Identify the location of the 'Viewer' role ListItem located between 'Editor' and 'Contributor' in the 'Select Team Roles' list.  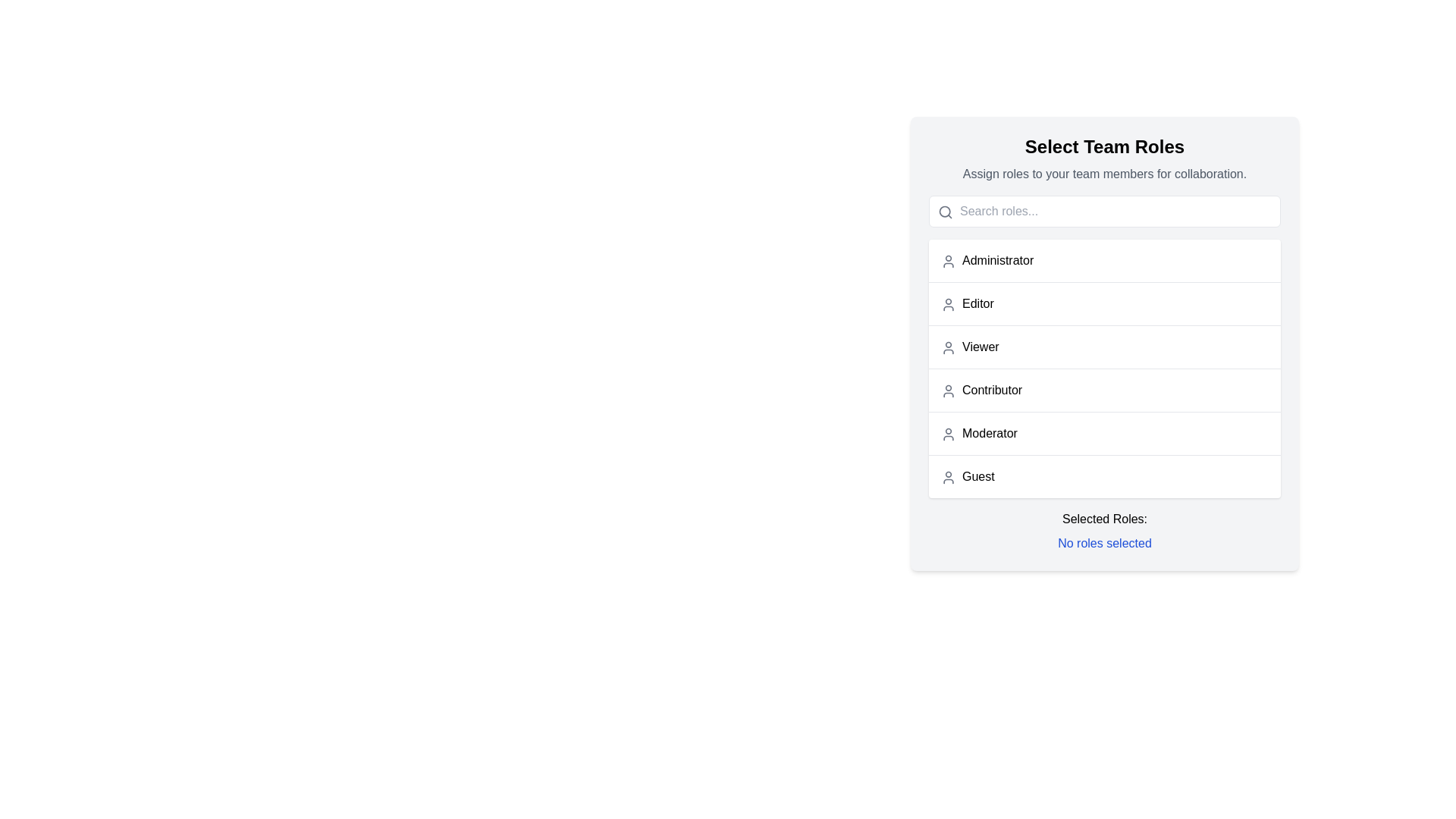
(969, 347).